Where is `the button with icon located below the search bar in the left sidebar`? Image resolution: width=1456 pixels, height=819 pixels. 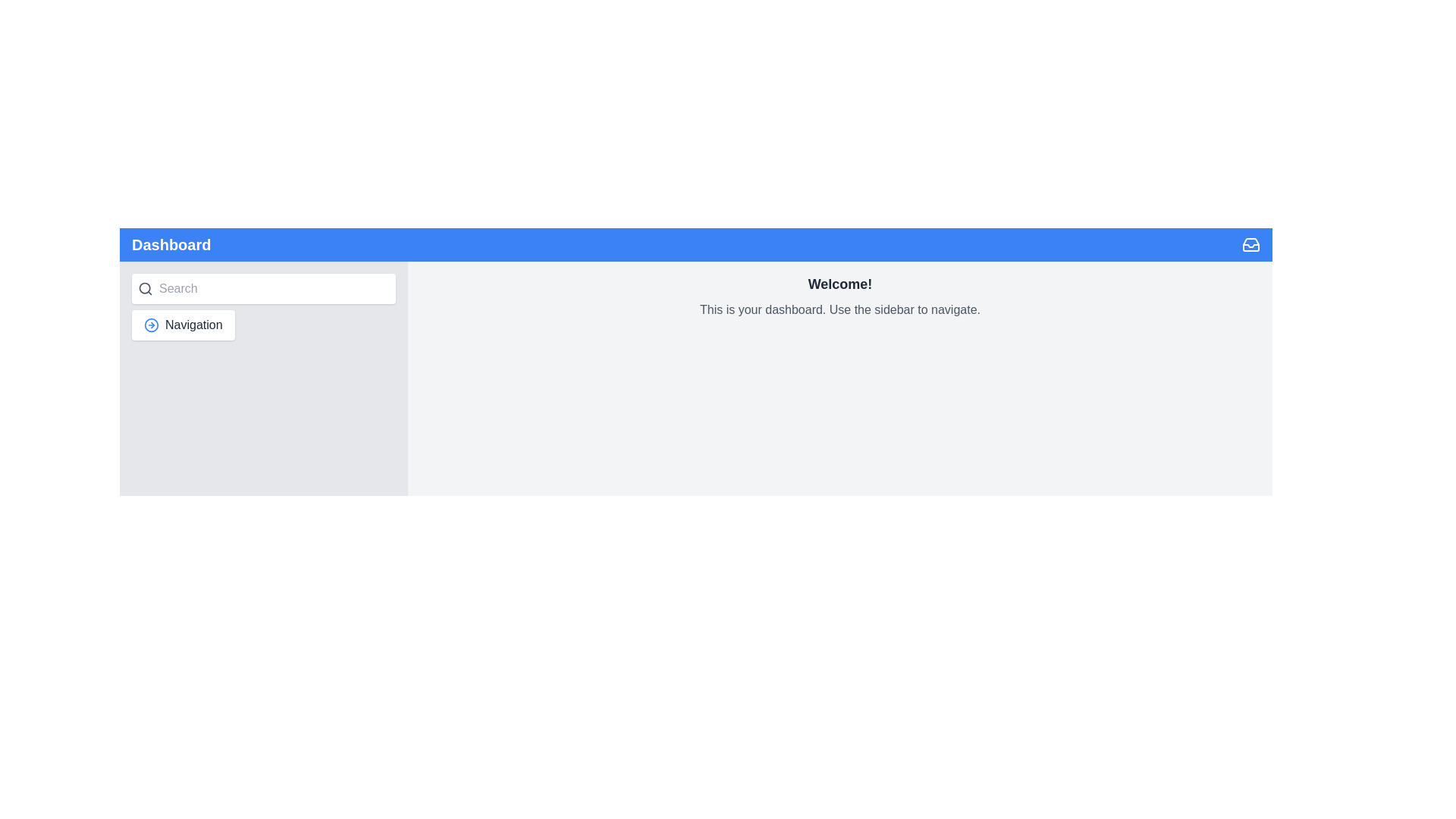 the button with icon located below the search bar in the left sidebar is located at coordinates (182, 324).